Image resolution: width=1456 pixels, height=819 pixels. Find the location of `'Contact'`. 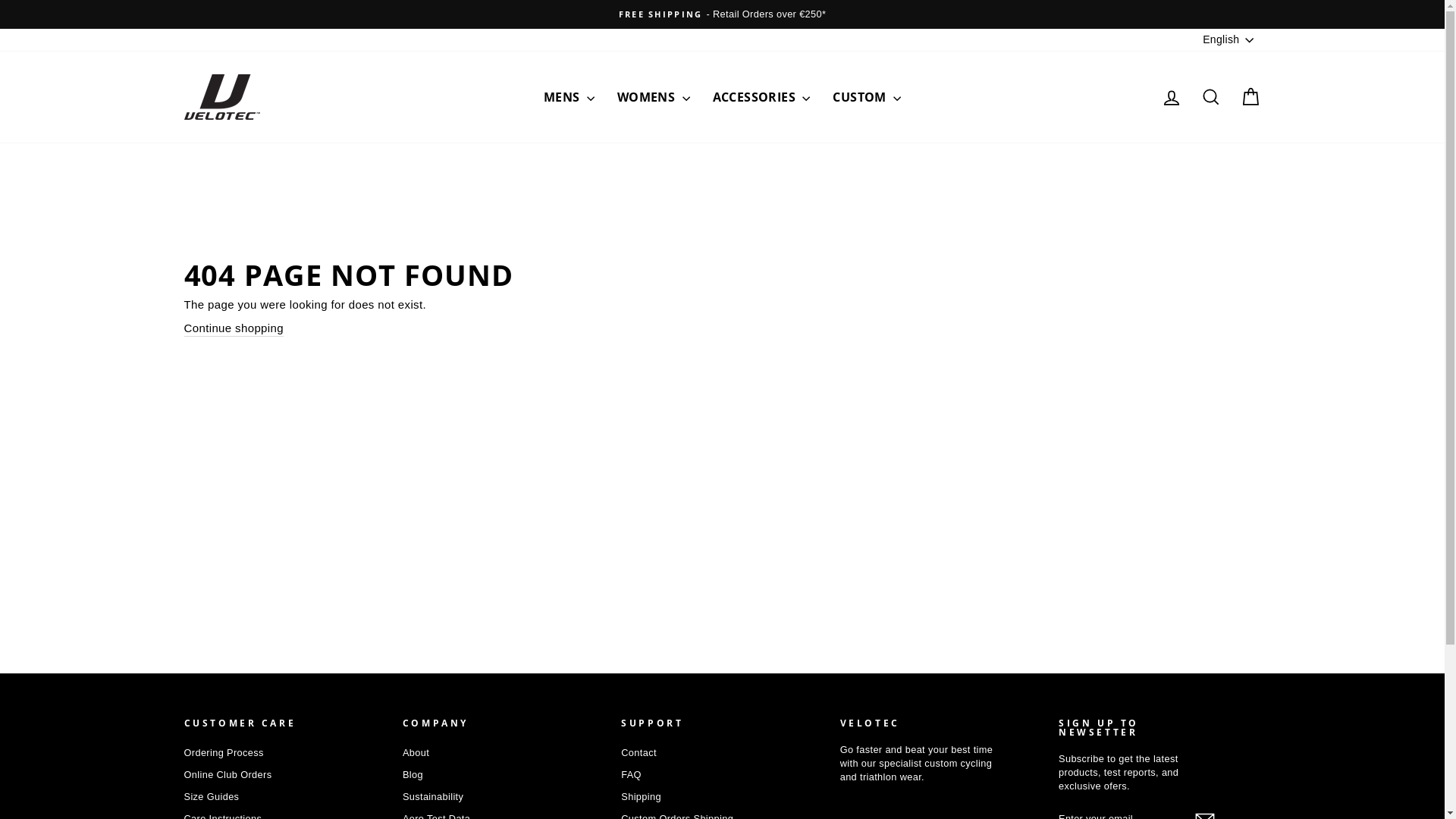

'Contact' is located at coordinates (639, 752).